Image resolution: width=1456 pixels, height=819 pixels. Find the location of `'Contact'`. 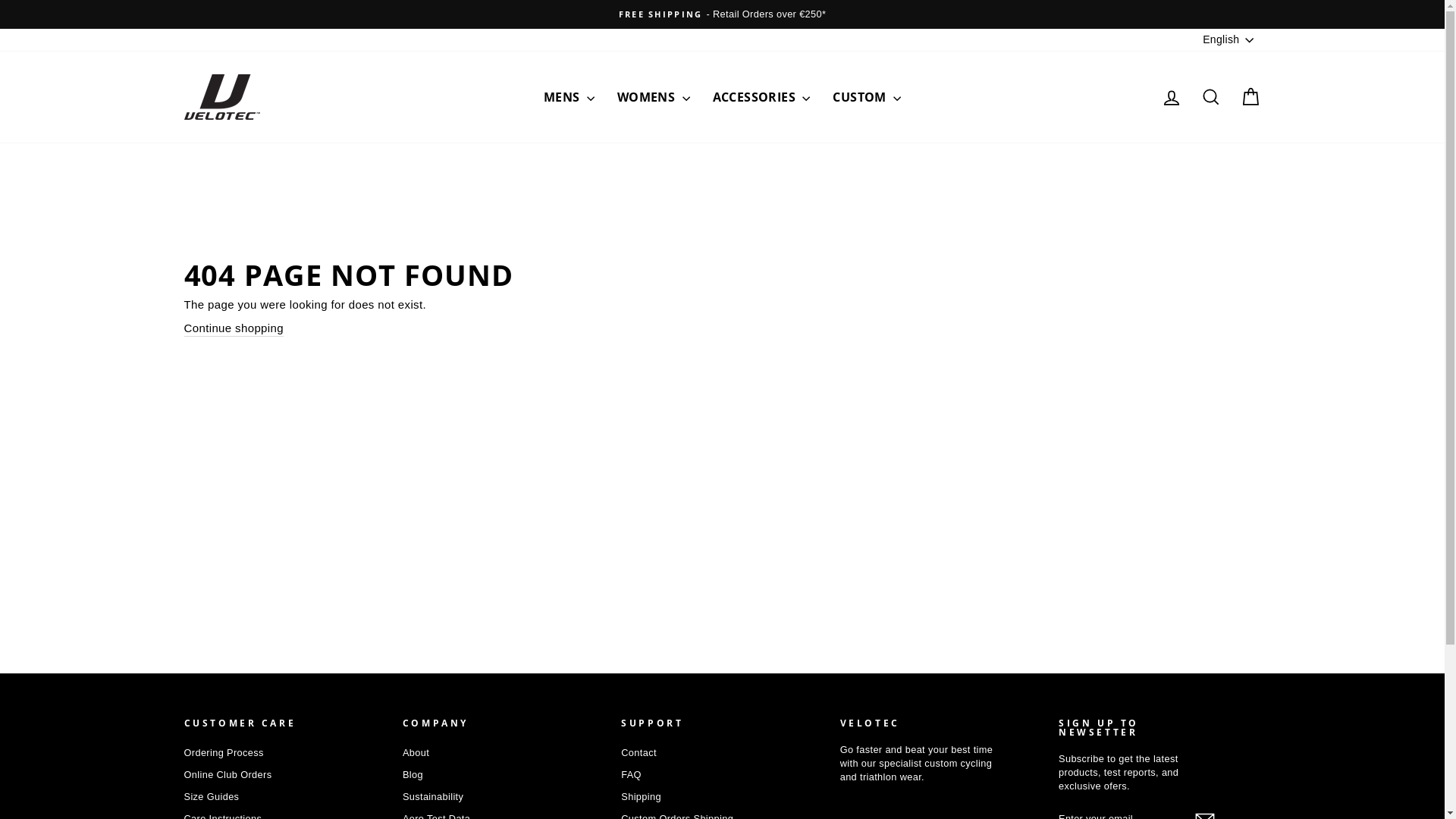

'Contact' is located at coordinates (639, 752).